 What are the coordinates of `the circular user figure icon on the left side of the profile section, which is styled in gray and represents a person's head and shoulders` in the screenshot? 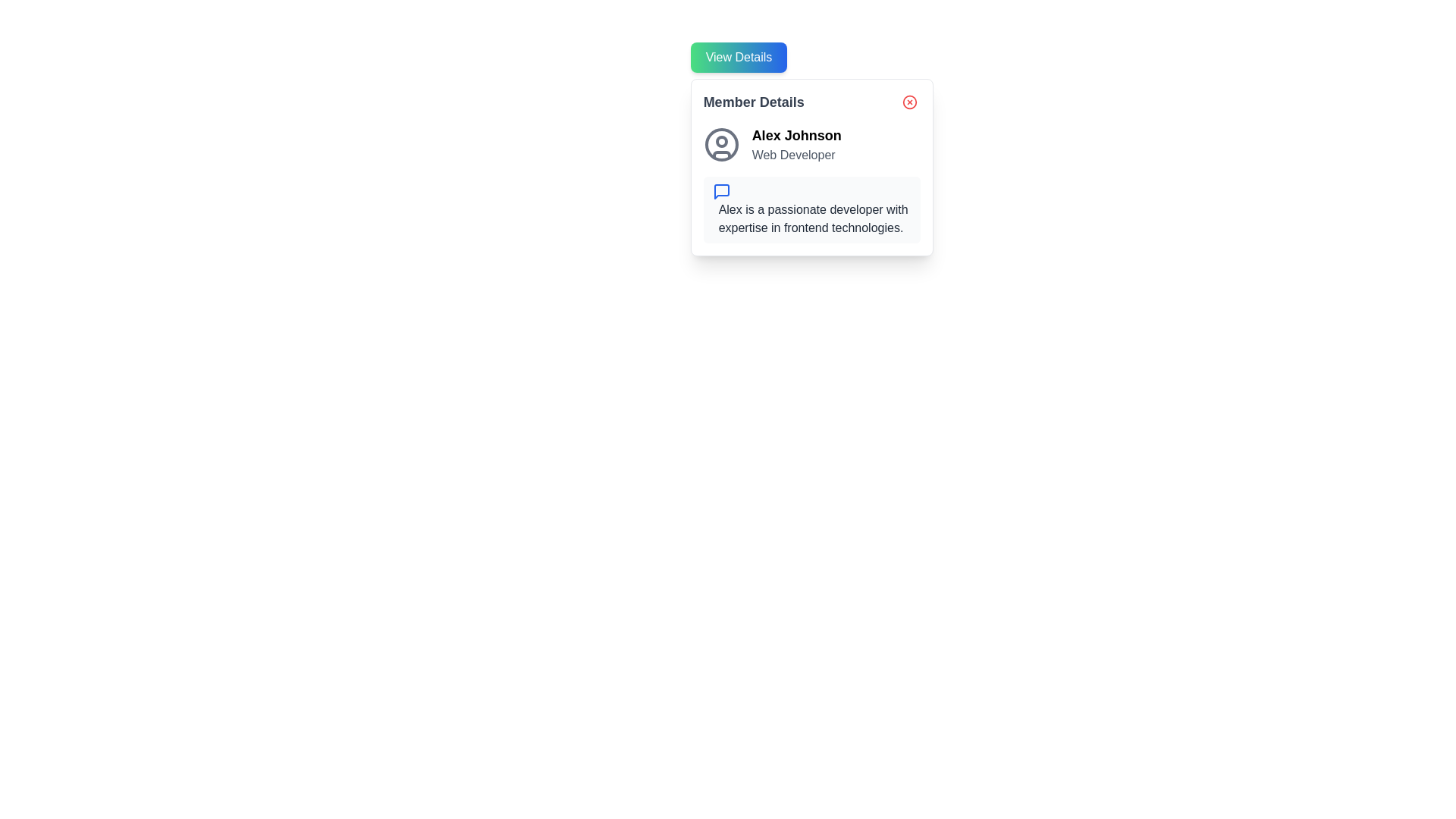 It's located at (720, 145).